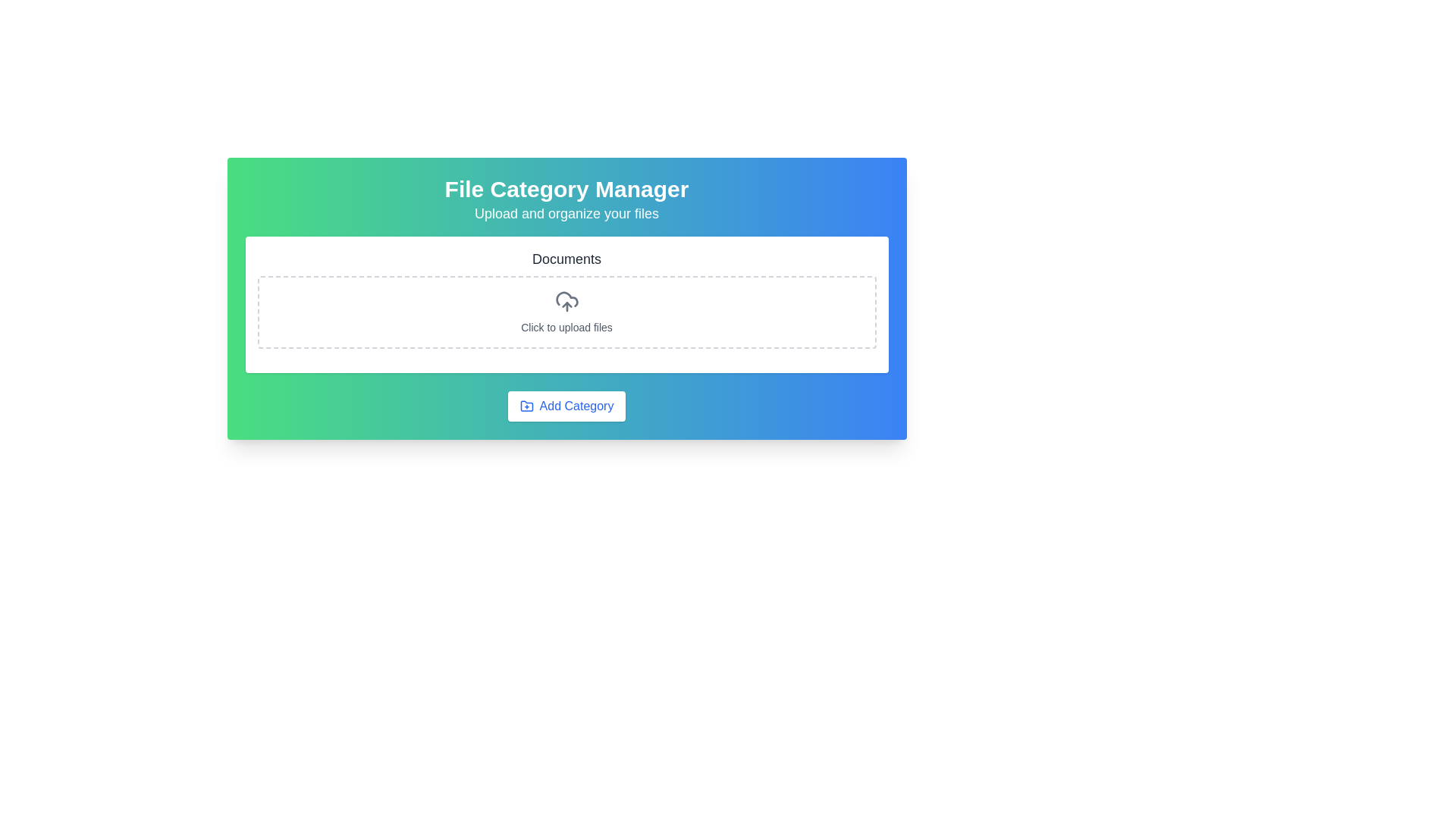 This screenshot has height=819, width=1456. Describe the element at coordinates (566, 213) in the screenshot. I see `the descriptive text that provides instructions related to managing and organizing files, located below the heading 'File Category Manager'` at that location.